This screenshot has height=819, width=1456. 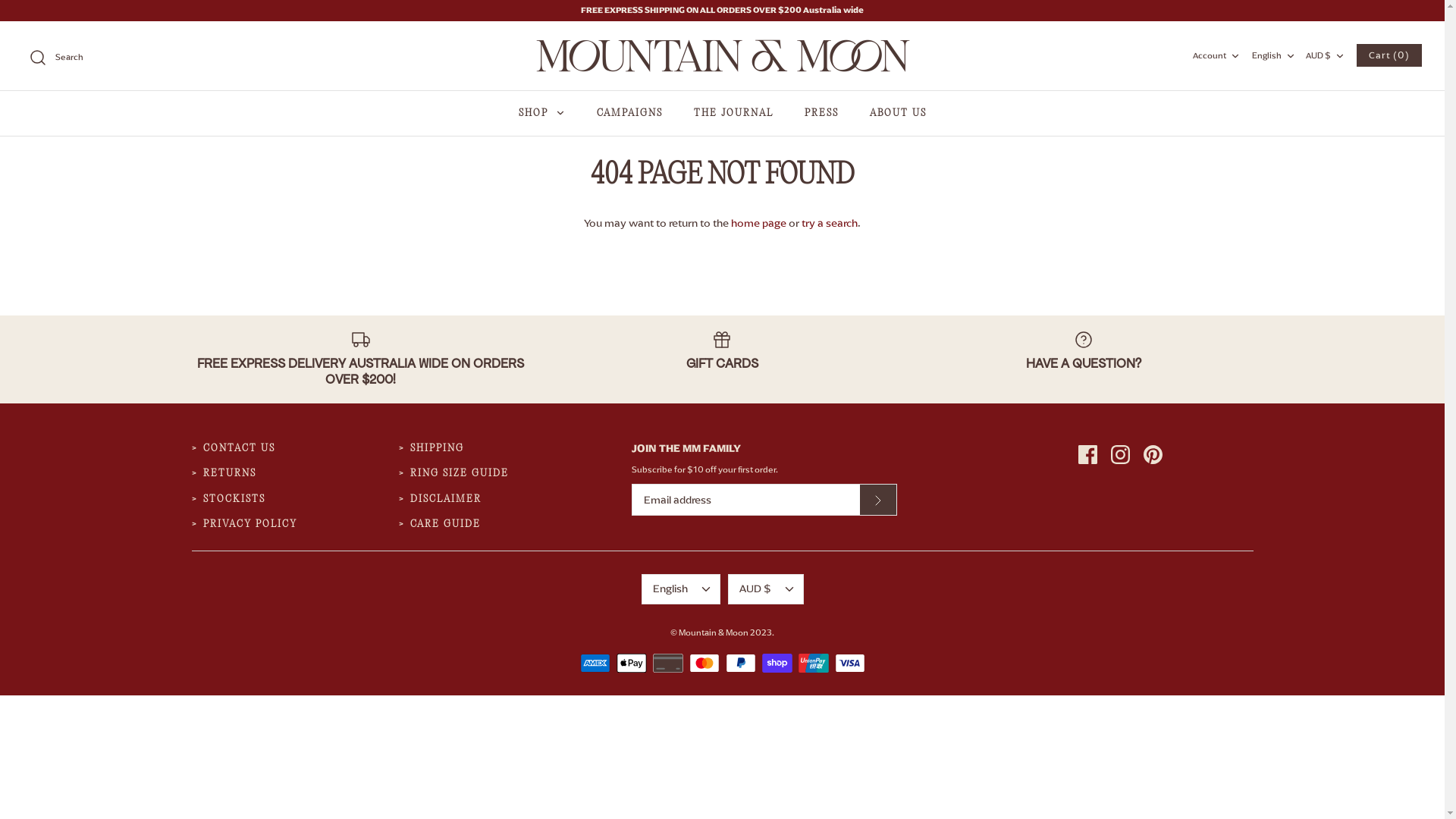 I want to click on 'THE JOURNAL', so click(x=733, y=113).